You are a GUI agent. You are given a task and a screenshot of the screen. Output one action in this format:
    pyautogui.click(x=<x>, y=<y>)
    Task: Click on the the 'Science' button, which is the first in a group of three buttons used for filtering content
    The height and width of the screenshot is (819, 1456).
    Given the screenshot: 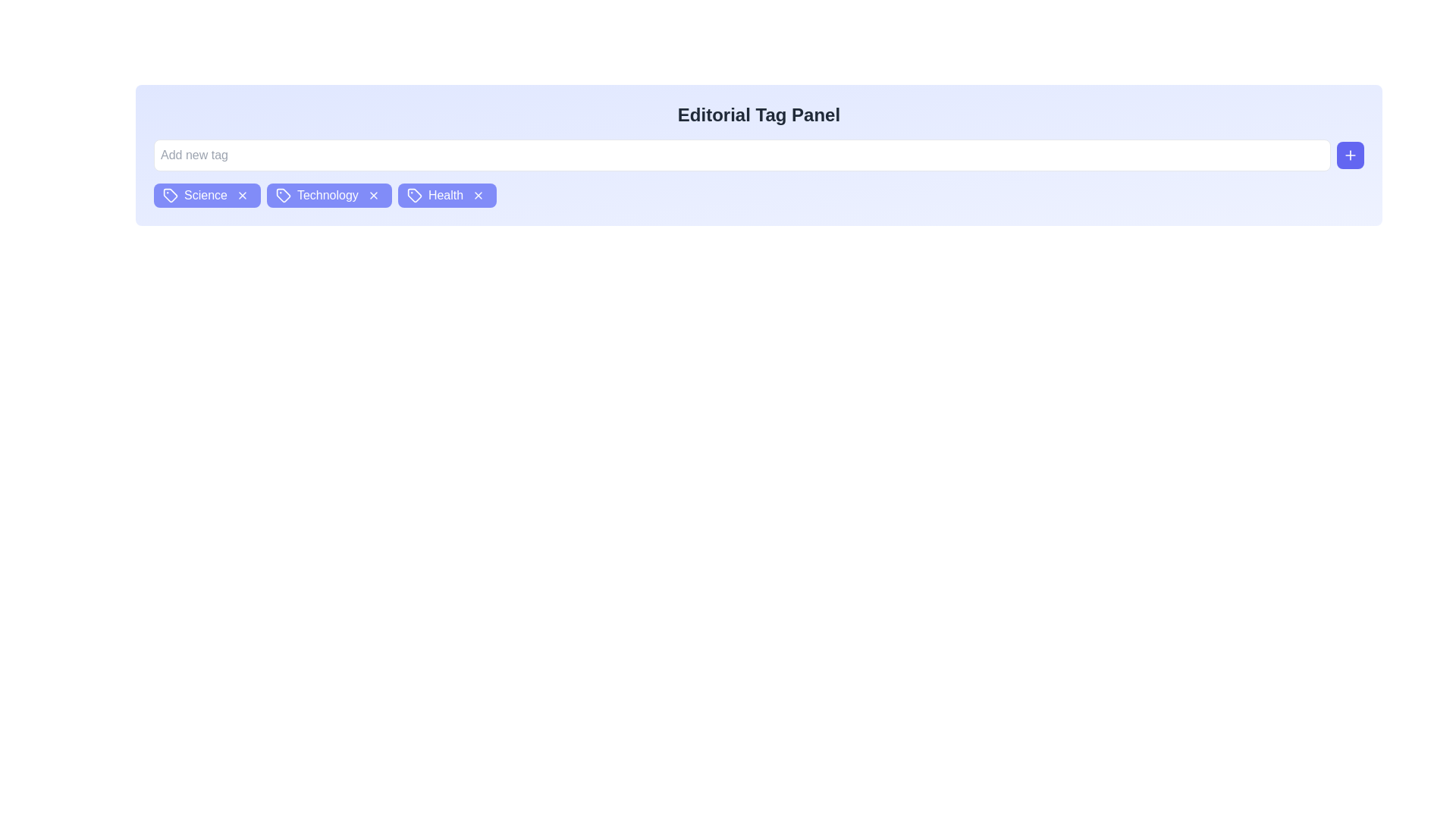 What is the action you would take?
    pyautogui.click(x=206, y=195)
    